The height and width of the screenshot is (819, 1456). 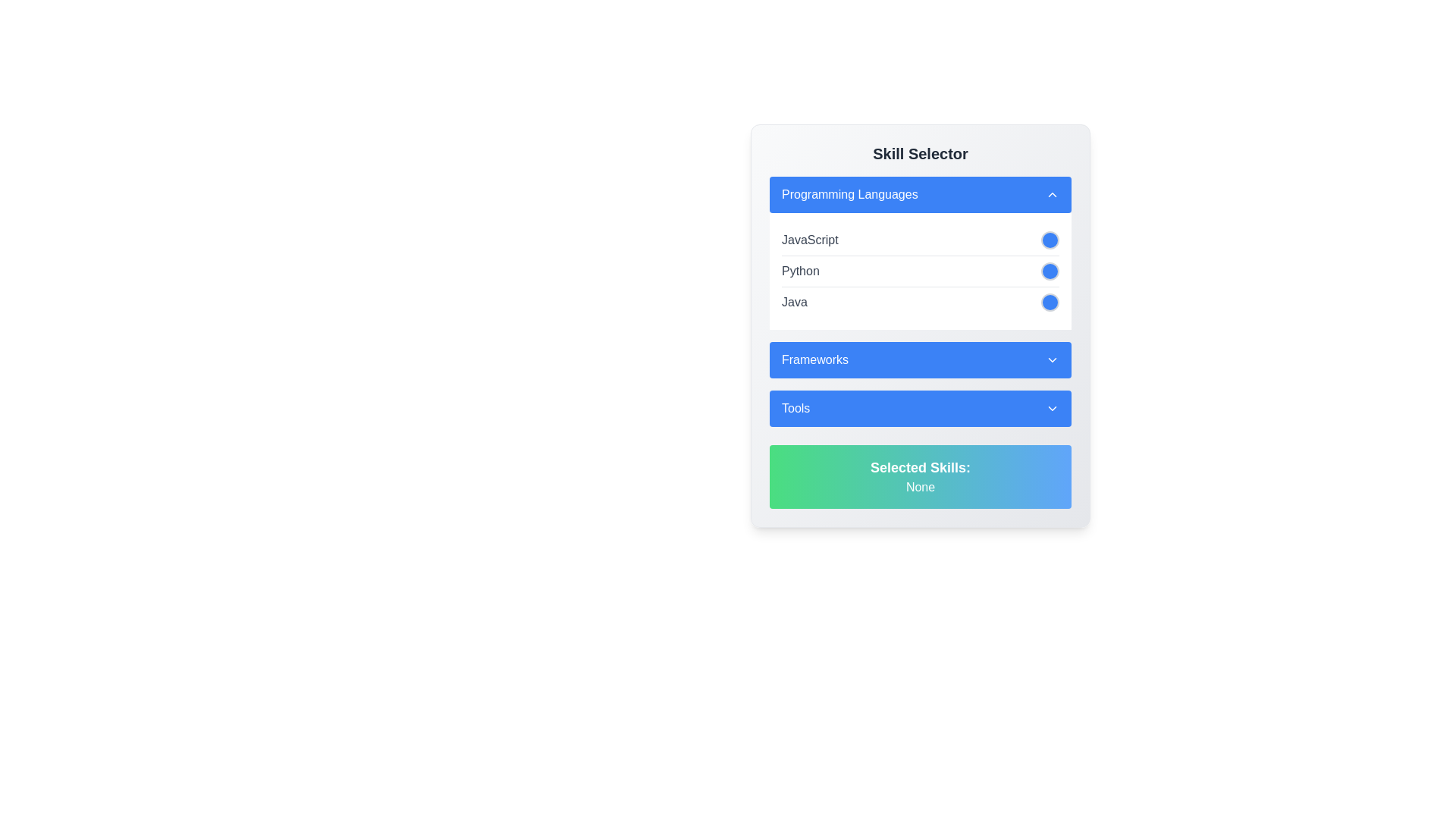 What do you see at coordinates (920, 475) in the screenshot?
I see `the Informational display box that shows selected skills, currently indicating no skills are selected, located below the 'Tools' section` at bounding box center [920, 475].